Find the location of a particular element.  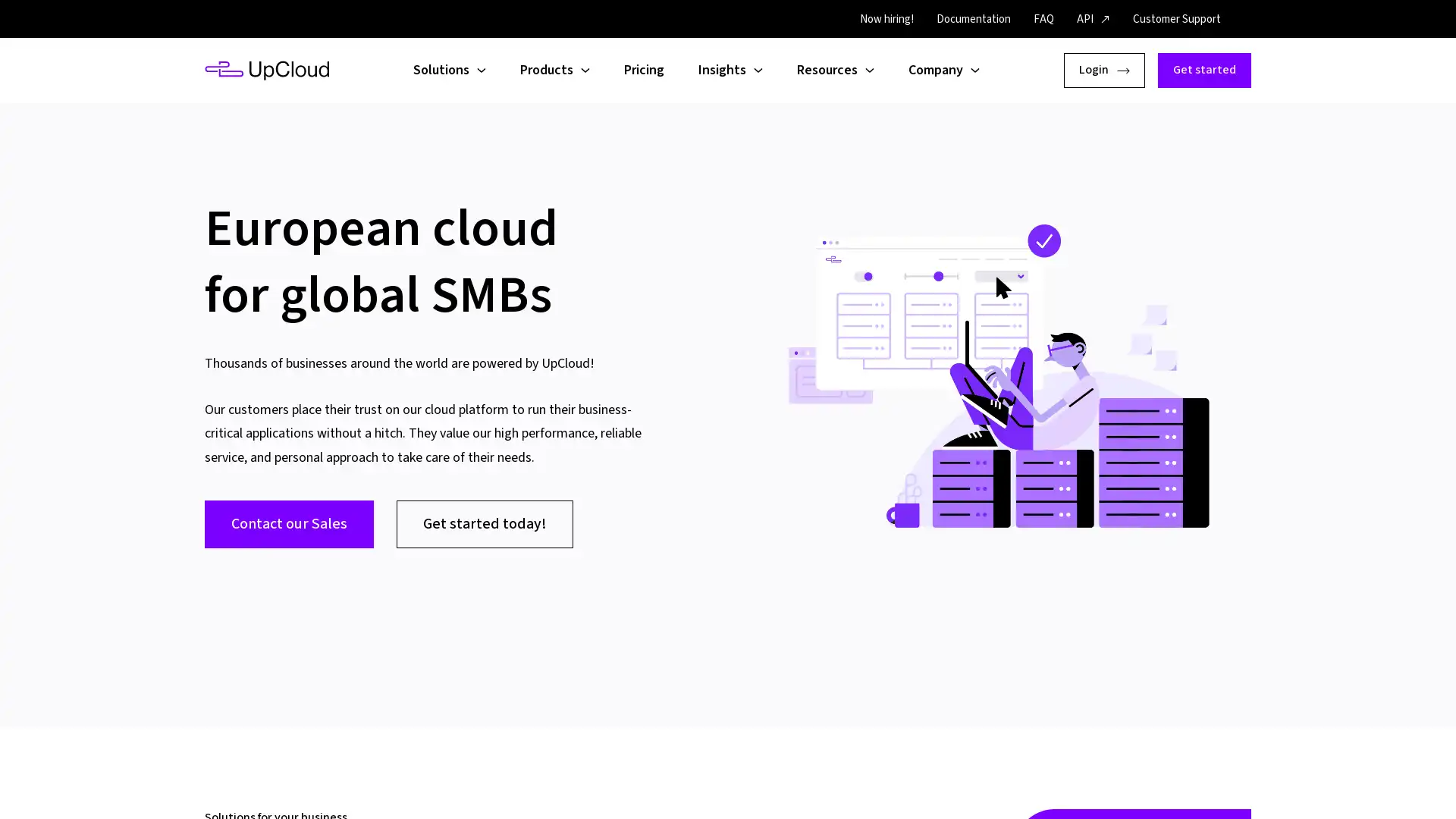

Open child menu for Resources is located at coordinates (870, 70).